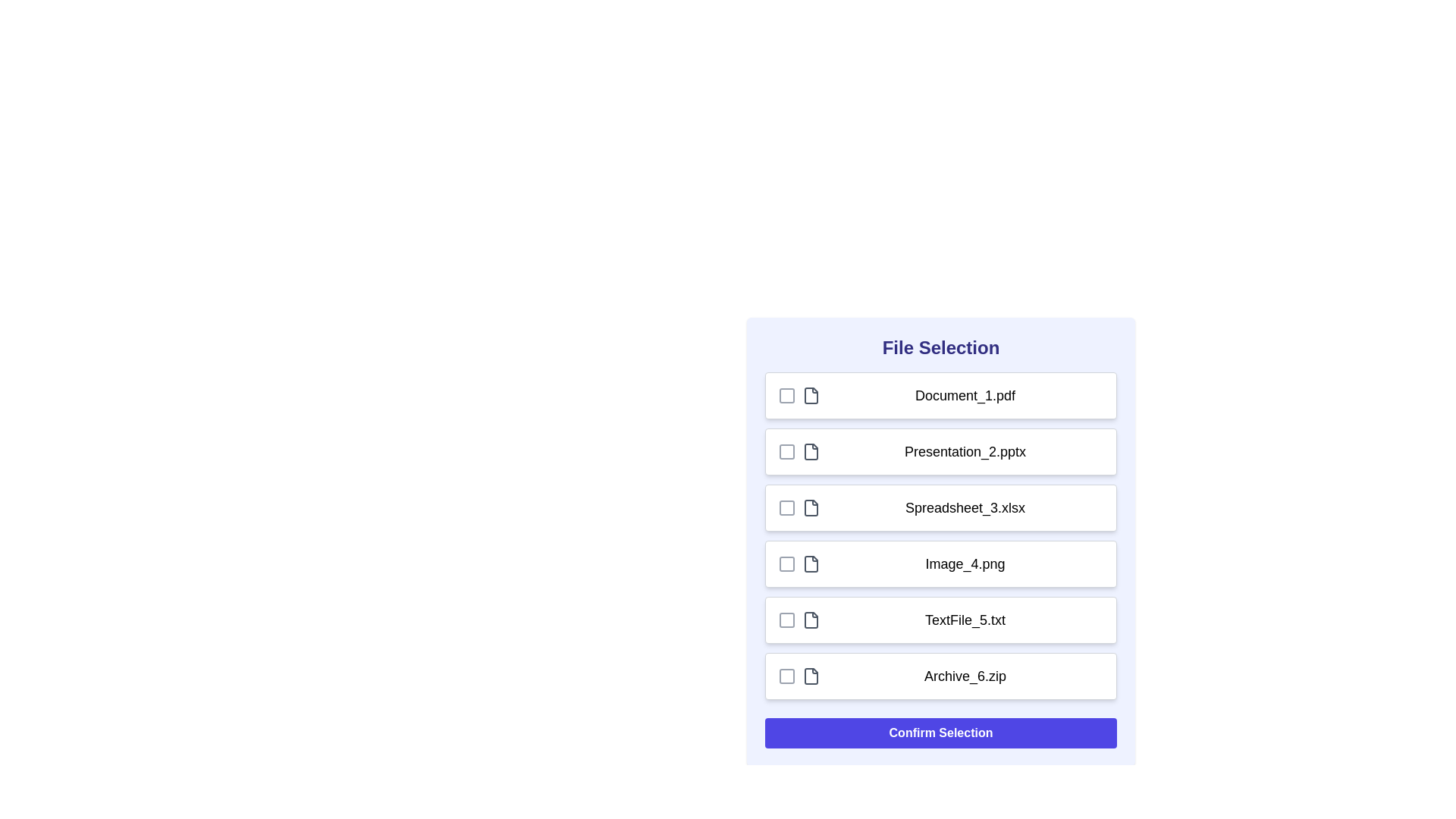 Image resolution: width=1456 pixels, height=819 pixels. I want to click on the checkbox corresponding to Archive_6.zip, so click(786, 675).